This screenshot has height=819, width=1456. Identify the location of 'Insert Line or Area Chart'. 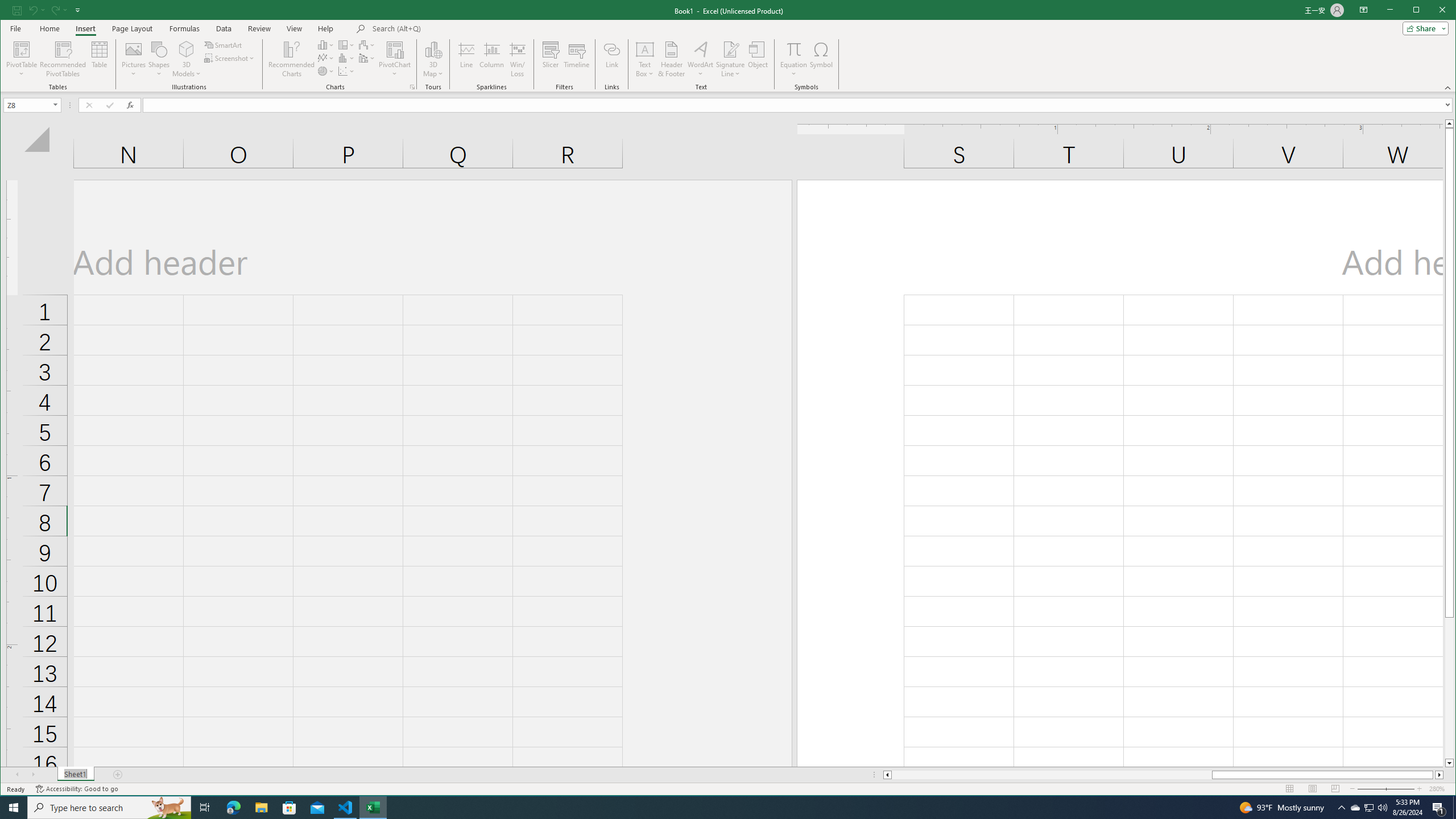
(325, 58).